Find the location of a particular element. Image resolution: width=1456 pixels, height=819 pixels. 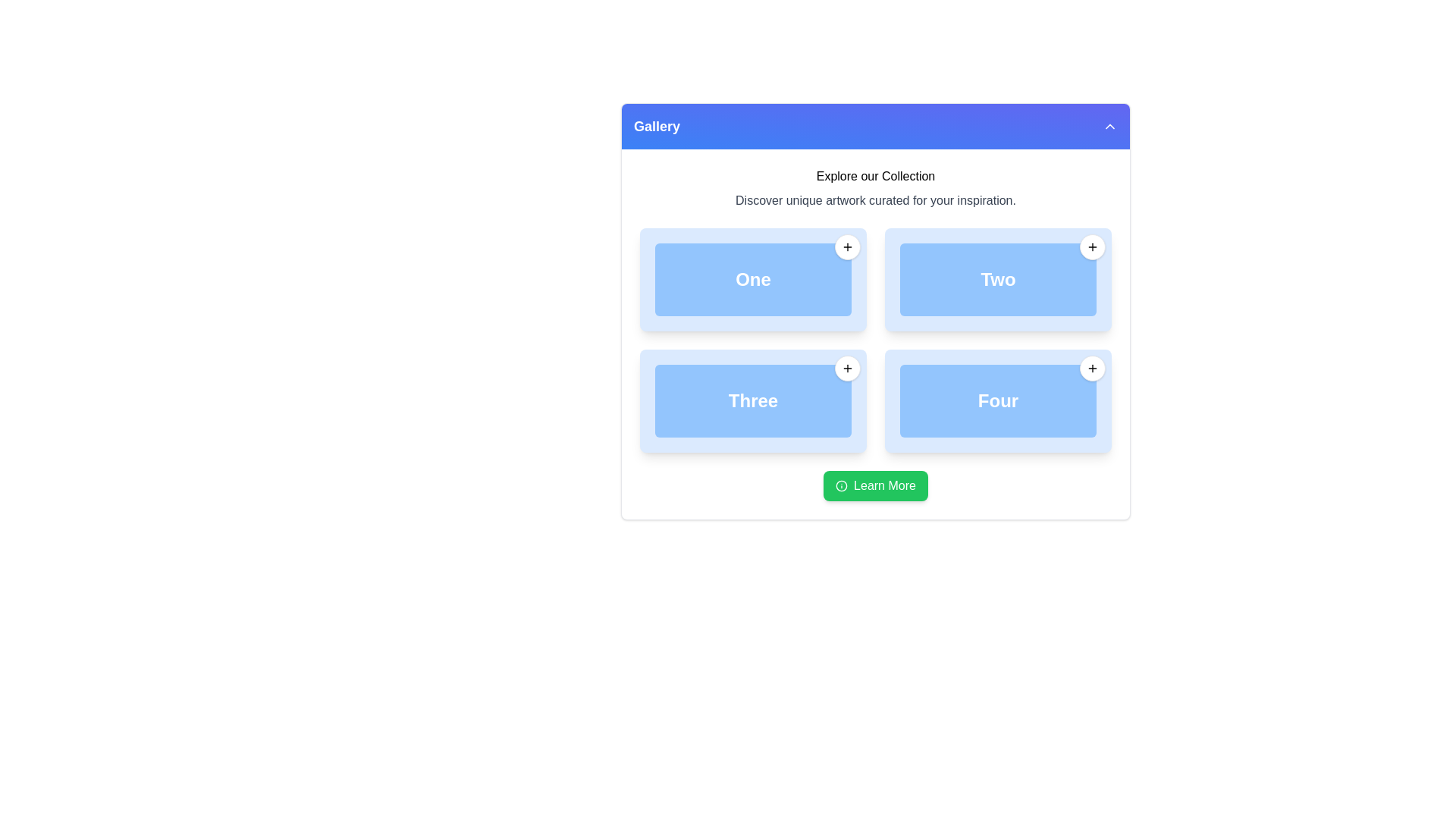

the '+' icon located at the top-right corner of the button labeled 'Three', which is part of a grid of four buttons is located at coordinates (847, 369).